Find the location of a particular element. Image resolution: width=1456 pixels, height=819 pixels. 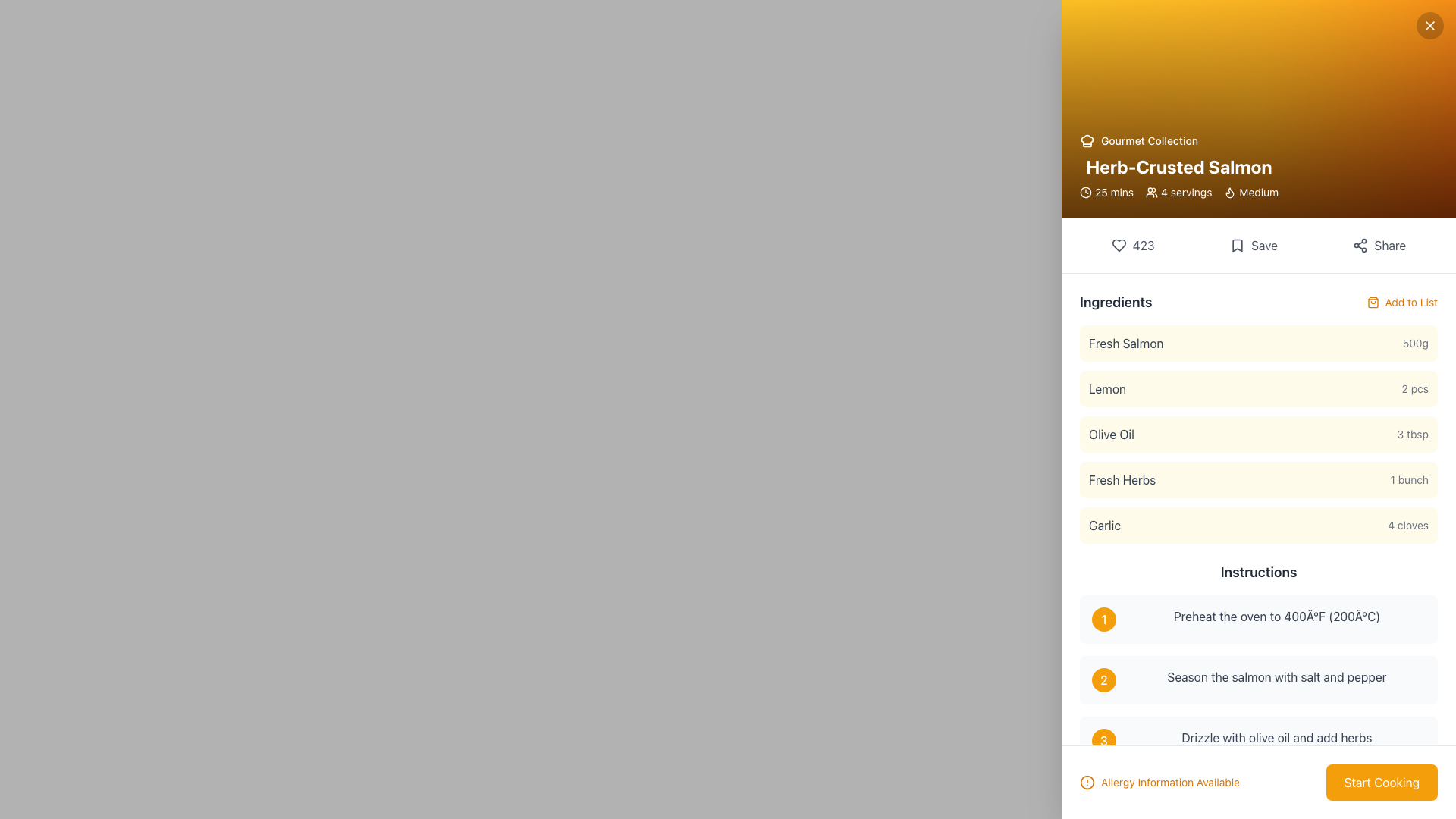

the Circle SVG graphical component that is part of a visual indicator in the bottom right quadrant of the interface is located at coordinates (1087, 783).